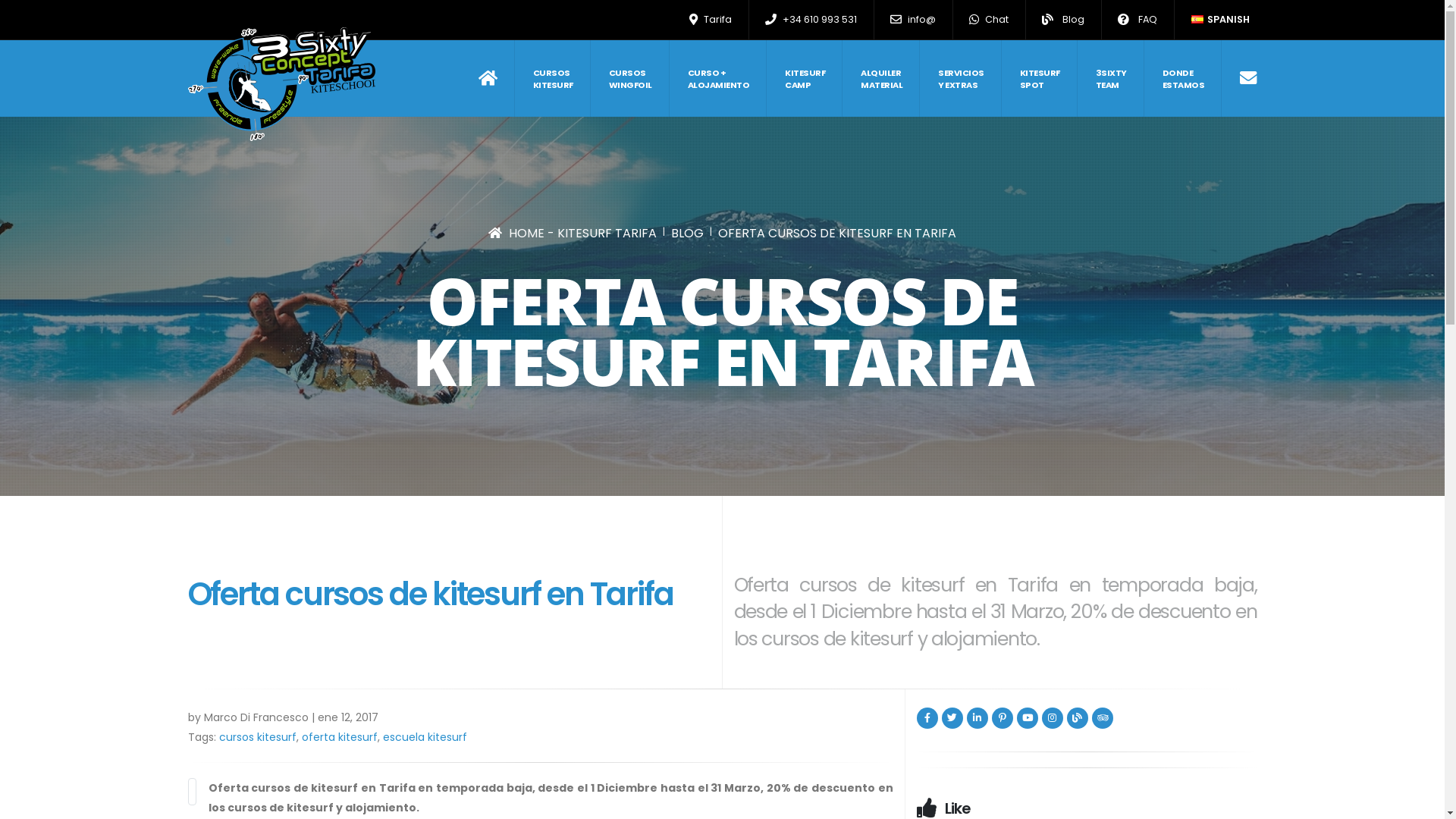  I want to click on 'escuela kitesurf', so click(424, 736).